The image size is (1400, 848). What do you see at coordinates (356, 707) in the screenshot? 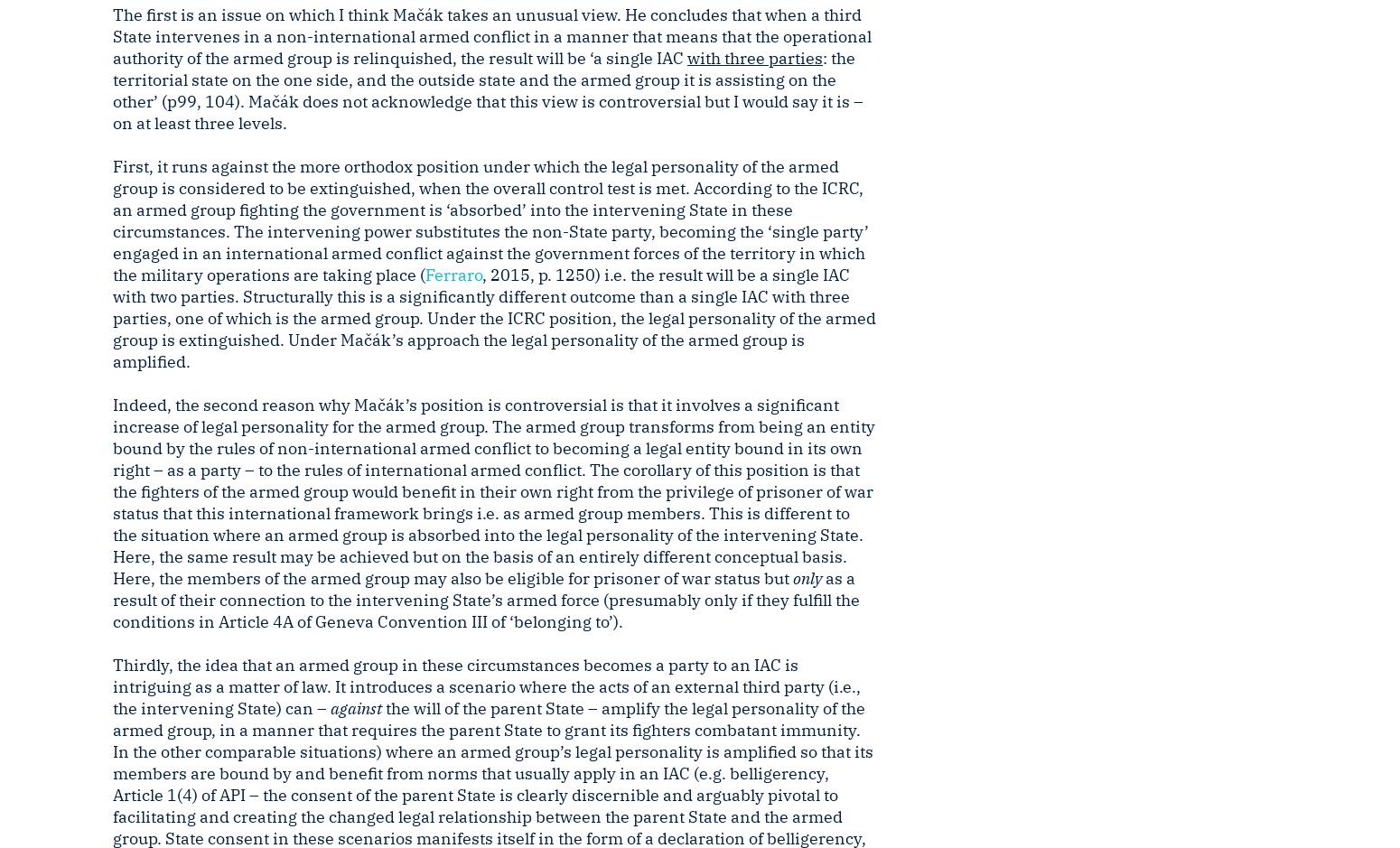
I see `'against'` at bounding box center [356, 707].